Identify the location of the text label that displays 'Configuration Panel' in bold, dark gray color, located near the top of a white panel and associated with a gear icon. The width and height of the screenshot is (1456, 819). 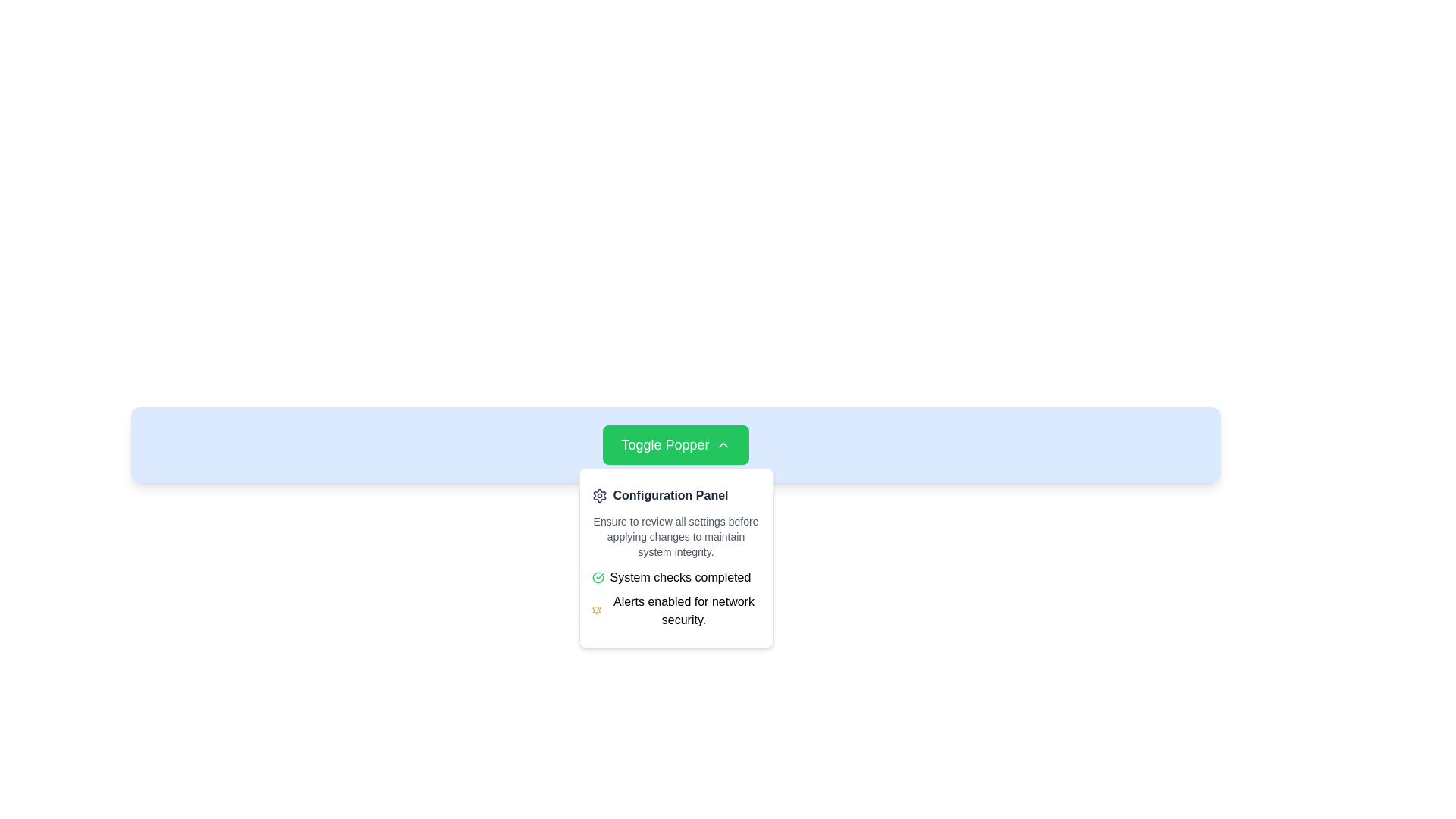
(670, 496).